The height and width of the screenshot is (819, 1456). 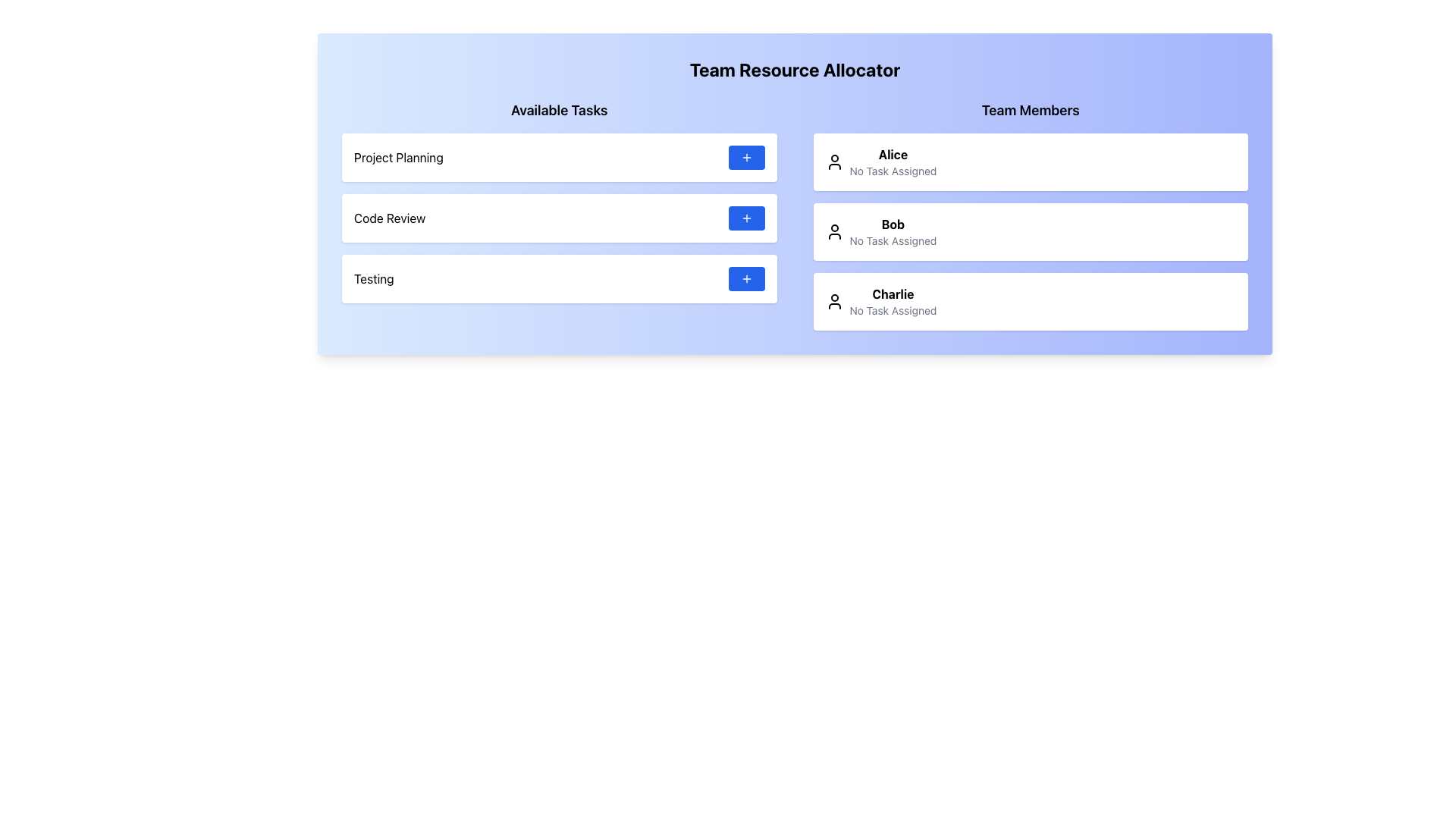 What do you see at coordinates (746, 218) in the screenshot?
I see `the blue rectangular button with a white plus icon in the 'Code Review' row` at bounding box center [746, 218].